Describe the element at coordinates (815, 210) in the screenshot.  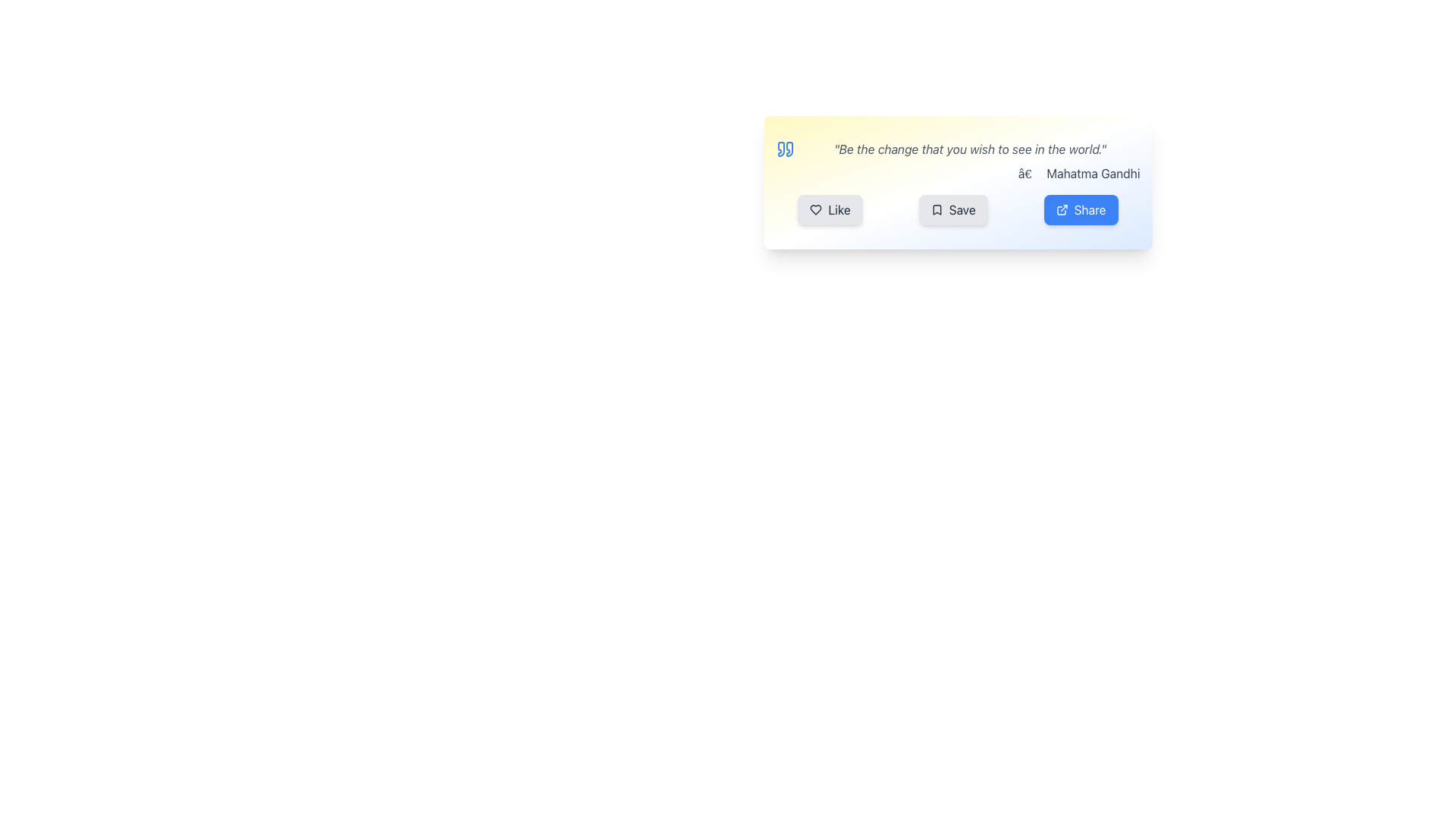
I see `the heart icon within the 'Like' button to like the quote` at that location.